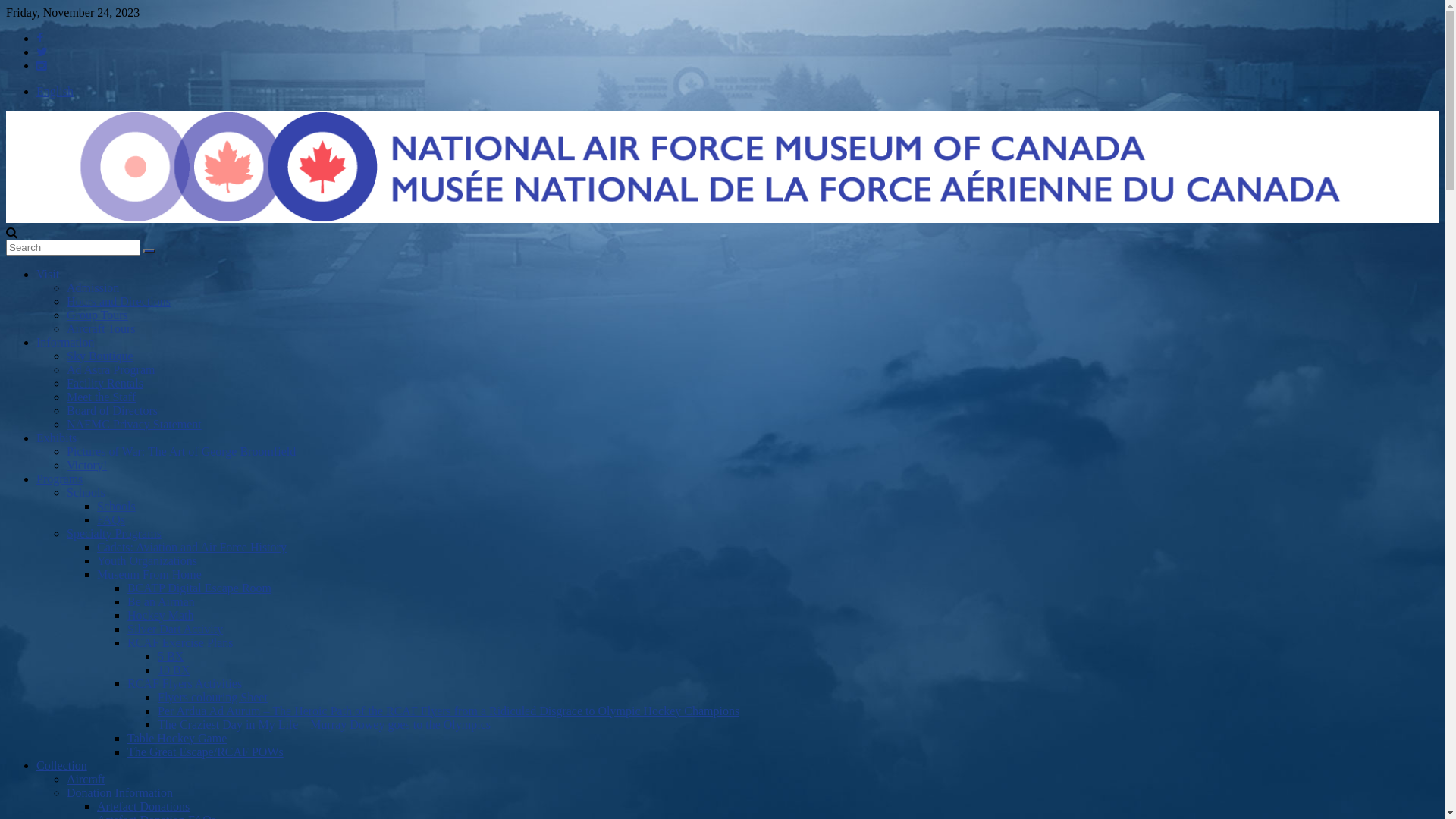  I want to click on 'Information', so click(64, 342).